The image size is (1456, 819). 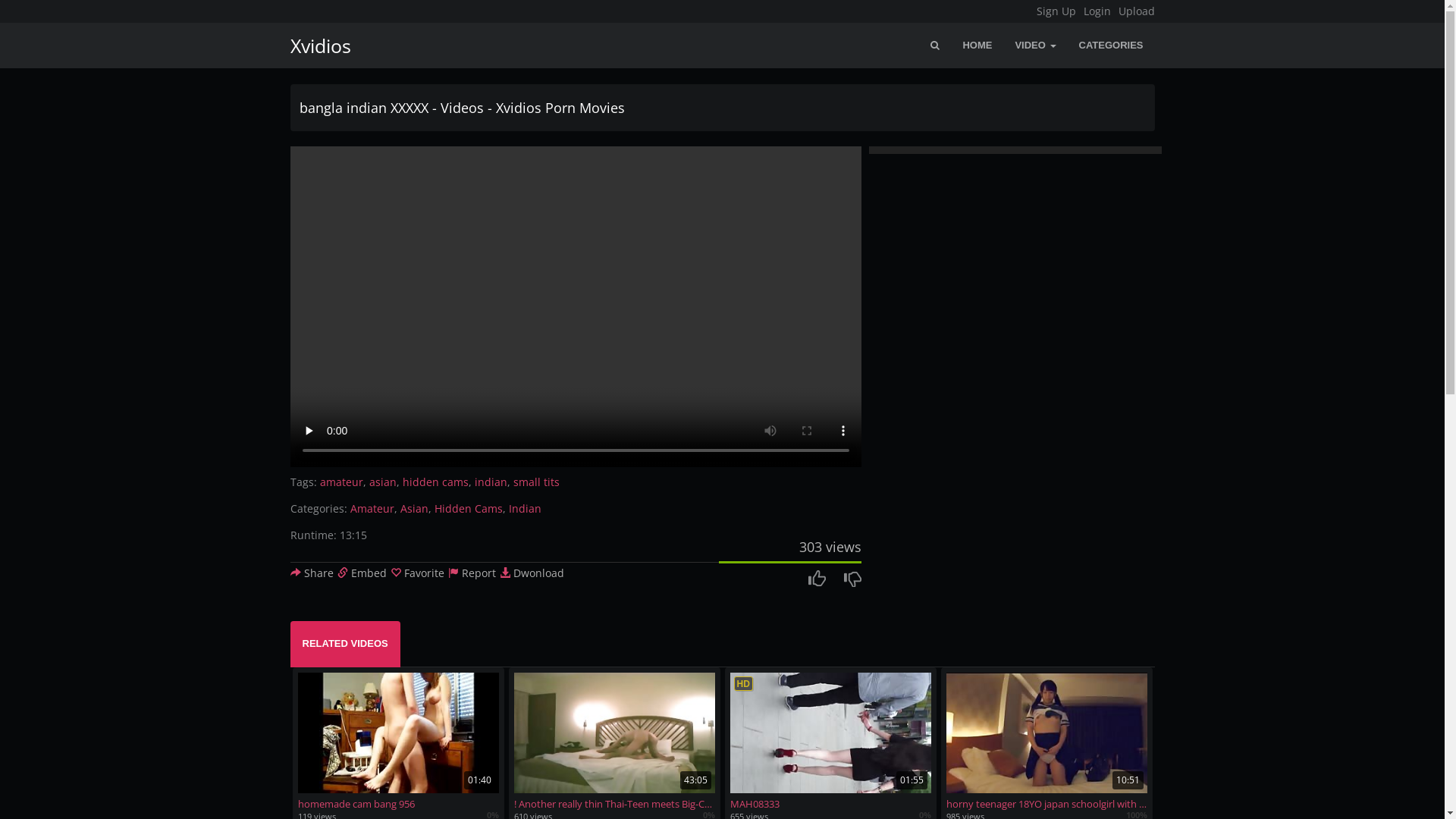 I want to click on 'RELATED VIDEOS', so click(x=290, y=644).